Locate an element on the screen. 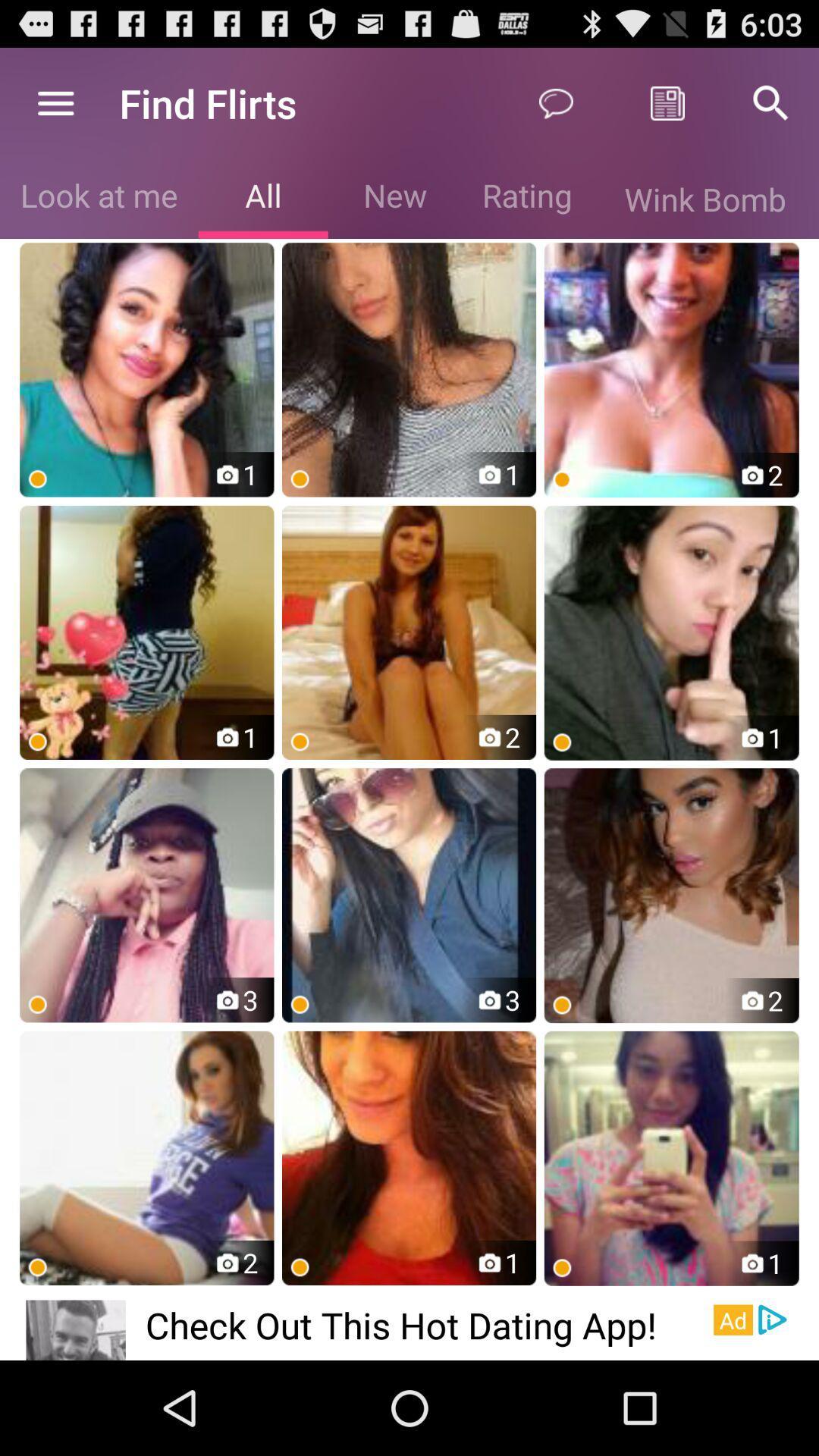 The height and width of the screenshot is (1456, 819). the icon next to find flirts item is located at coordinates (55, 102).